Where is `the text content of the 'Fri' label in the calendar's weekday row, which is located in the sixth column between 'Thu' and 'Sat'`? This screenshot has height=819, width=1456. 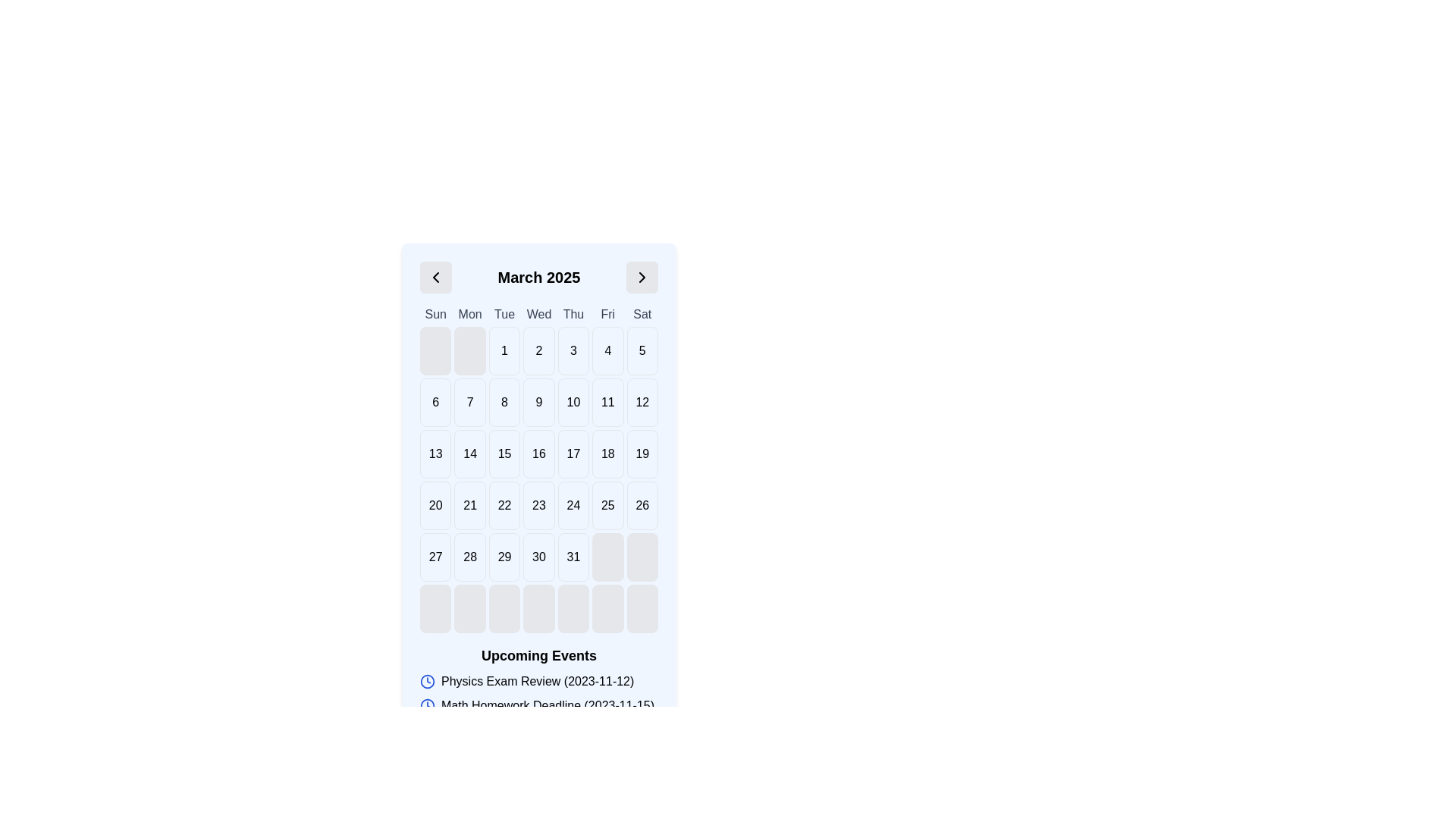 the text content of the 'Fri' label in the calendar's weekday row, which is located in the sixth column between 'Thu' and 'Sat' is located at coordinates (607, 314).